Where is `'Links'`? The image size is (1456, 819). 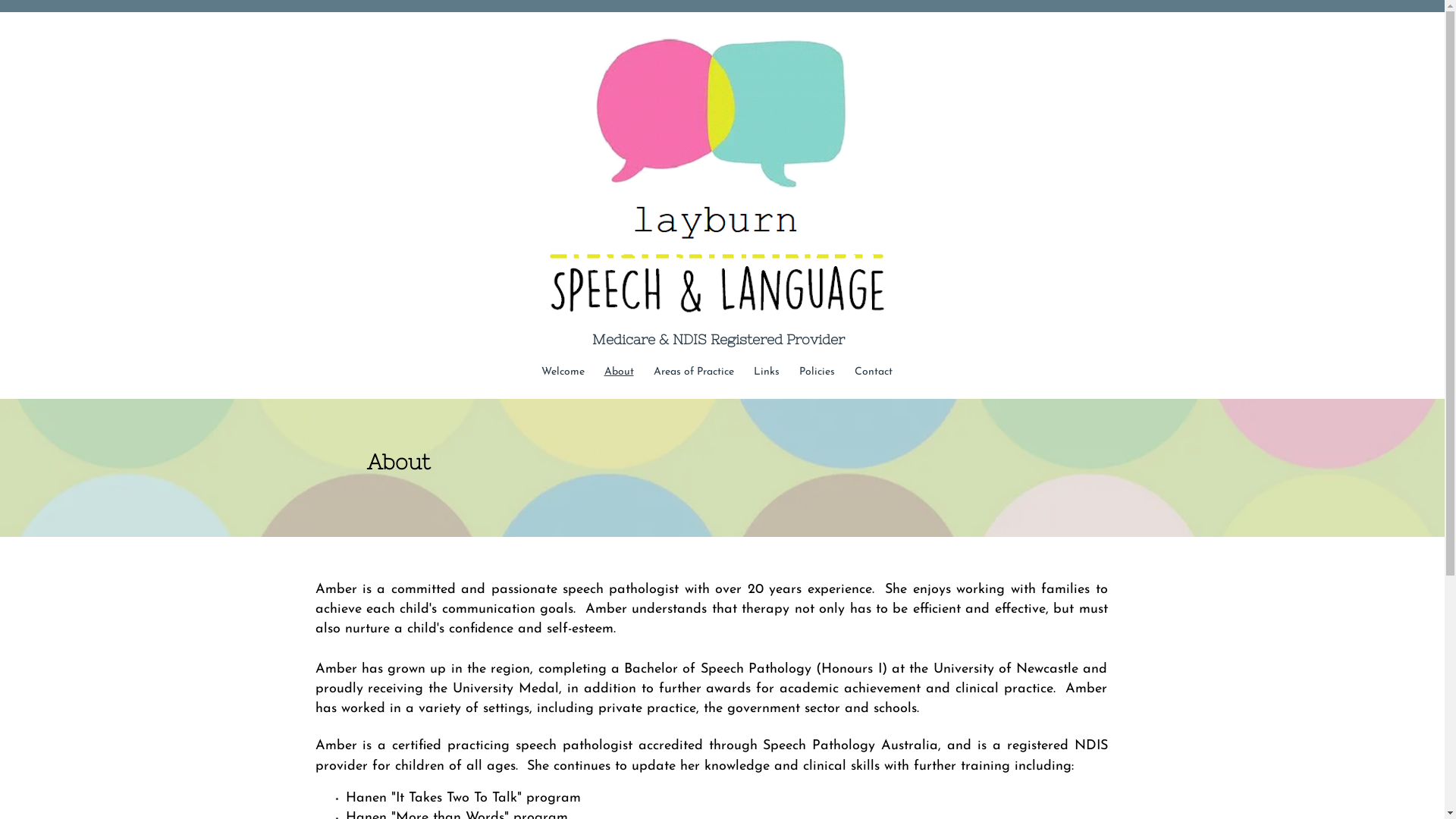
'Links' is located at coordinates (765, 372).